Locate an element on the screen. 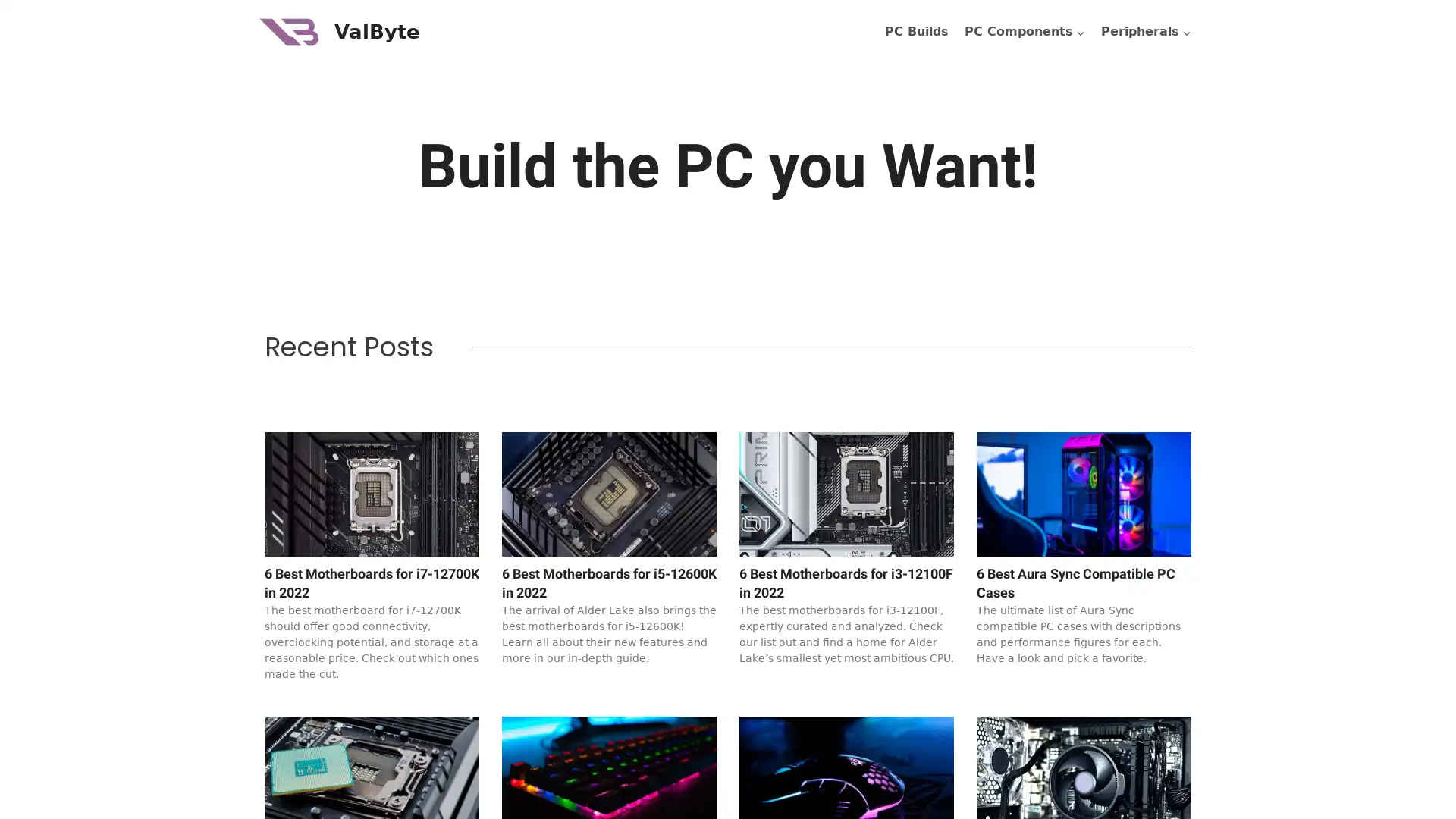  Expand child menu is located at coordinates (1024, 32).